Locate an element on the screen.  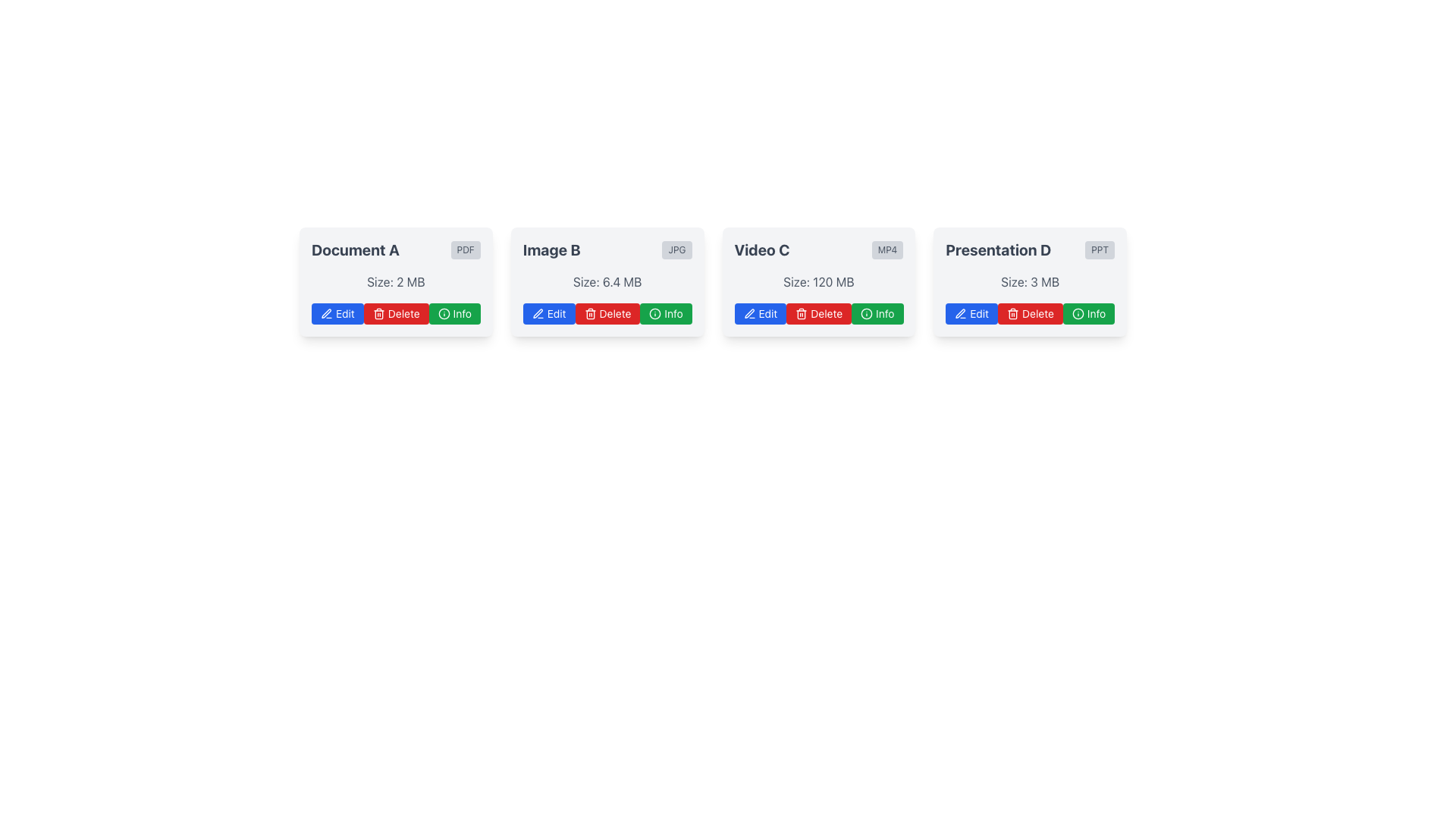
the button located in the bottom-right corner of the panel for 'Video C' using keyboard navigation to focus on it is located at coordinates (877, 312).